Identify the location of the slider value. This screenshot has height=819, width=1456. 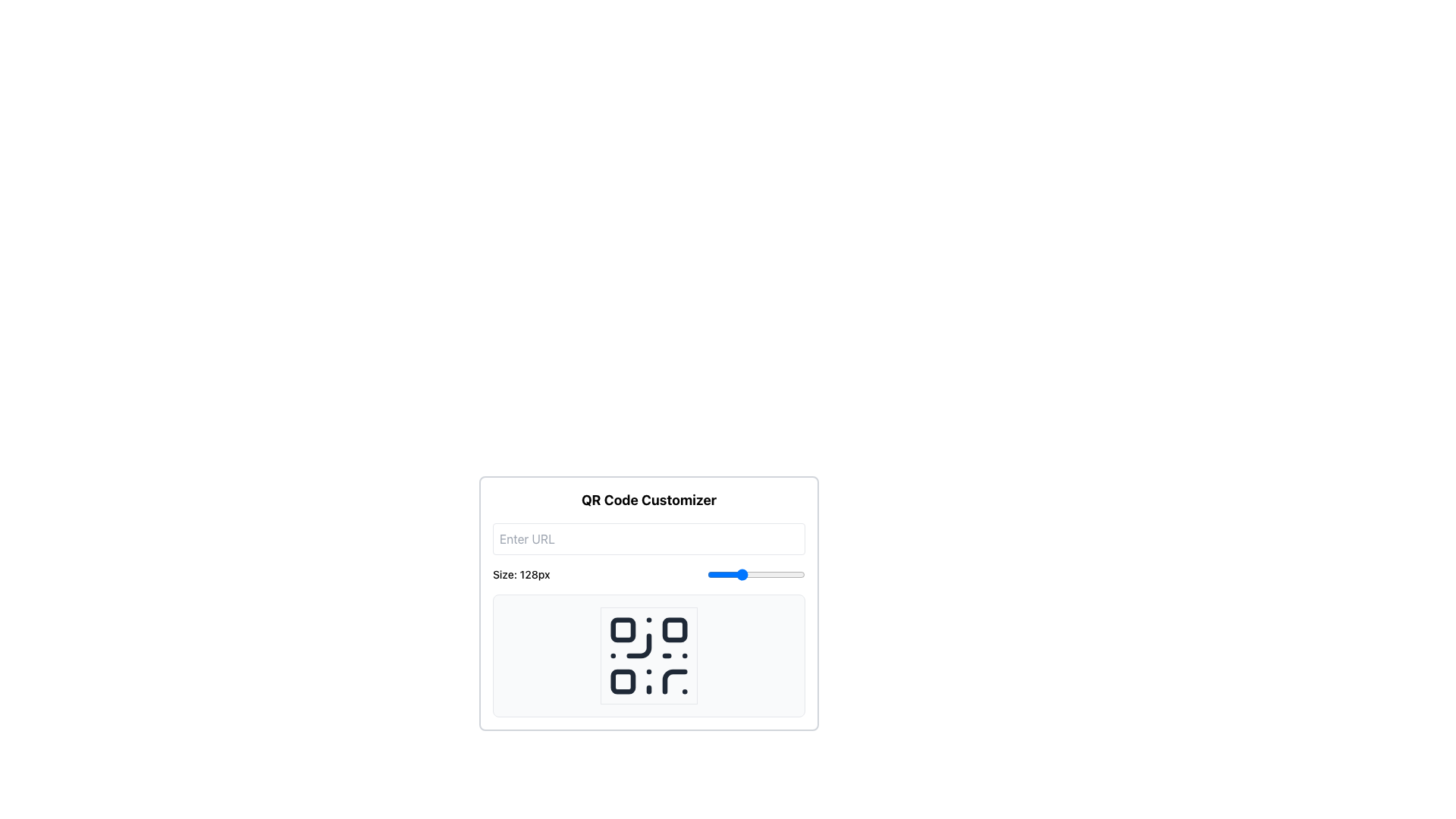
(719, 575).